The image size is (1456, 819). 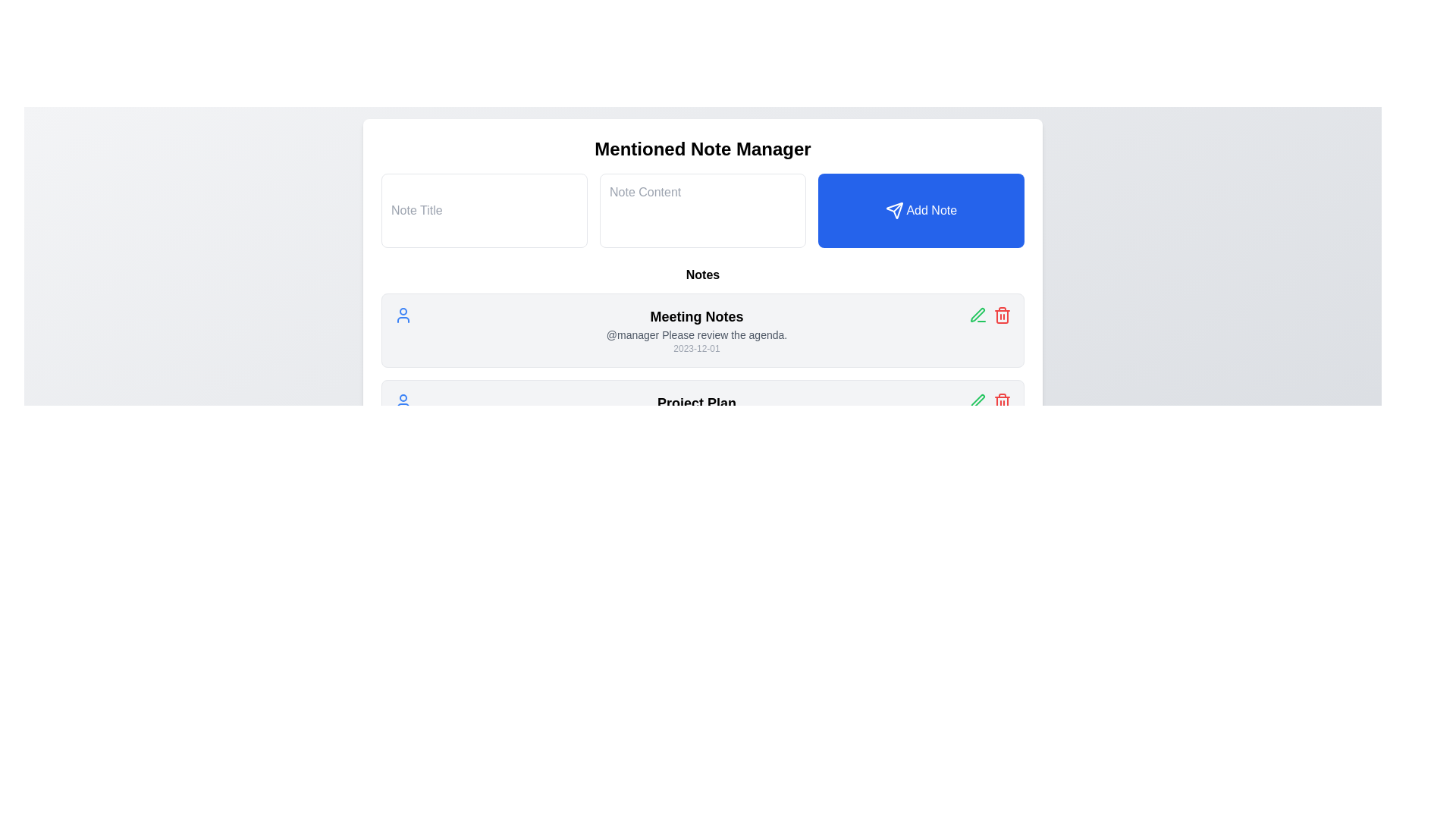 What do you see at coordinates (403, 400) in the screenshot?
I see `the user profile silhouette icon located in the notification card labeled 'Project Plan'` at bounding box center [403, 400].